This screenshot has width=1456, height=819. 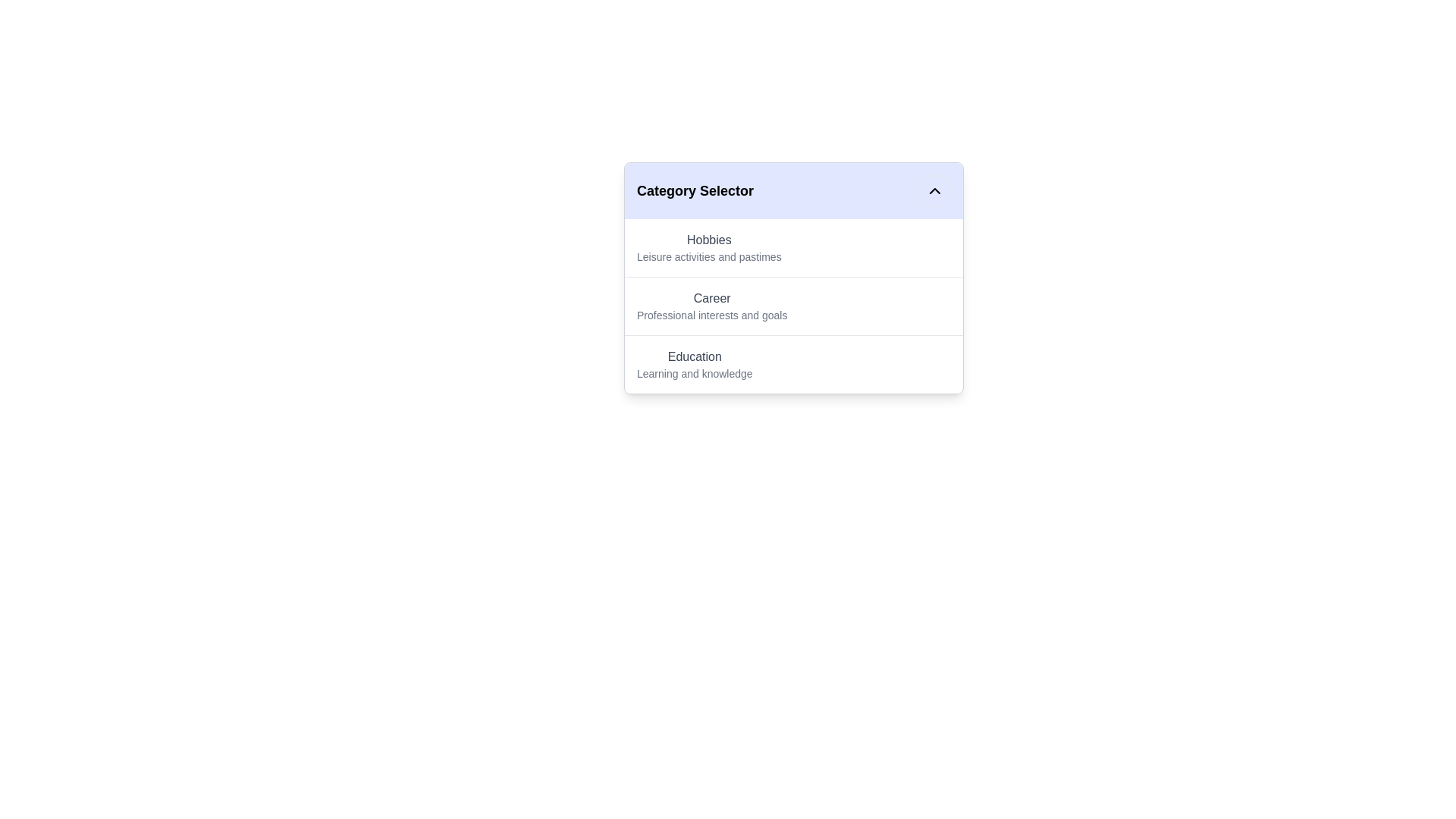 What do you see at coordinates (711, 315) in the screenshot?
I see `the text display that shows 'Professional interests and goals', which is located below the 'Career' text in the 'Category Selector' menu` at bounding box center [711, 315].